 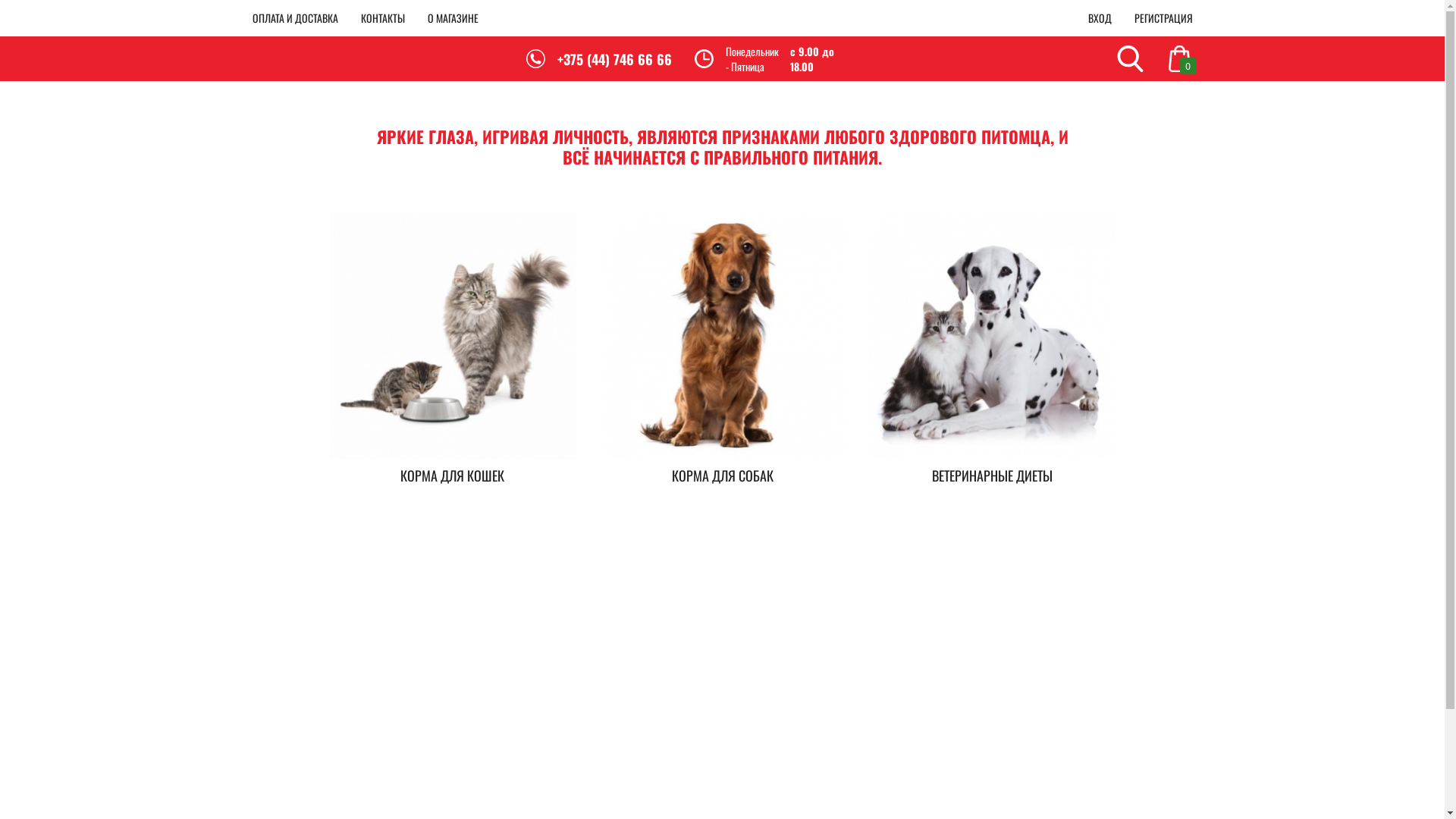 What do you see at coordinates (556, 58) in the screenshot?
I see `'+375 (44) 746 66 66'` at bounding box center [556, 58].